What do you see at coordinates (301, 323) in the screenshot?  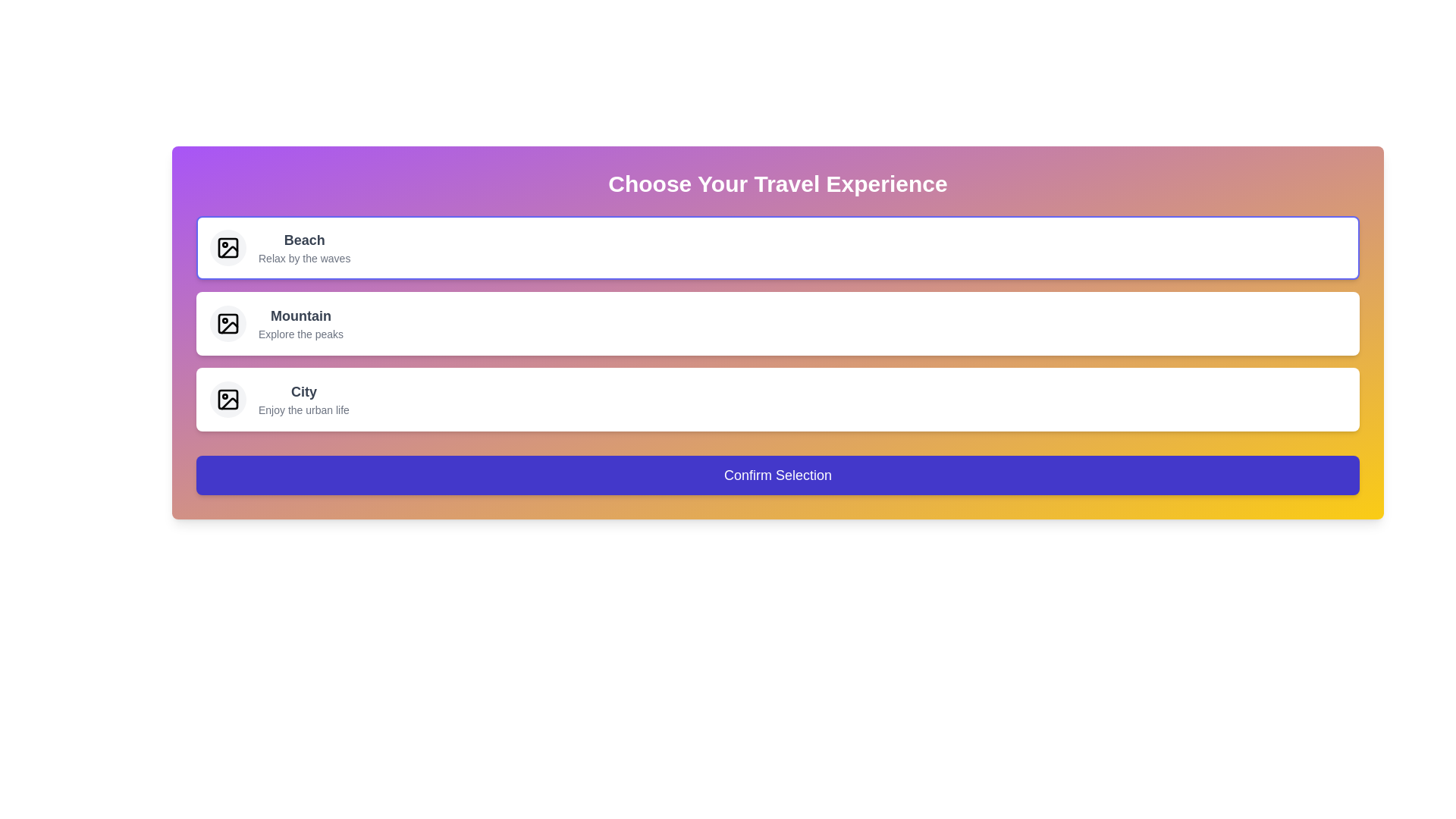 I see `the text label displaying 'Mountain' in dark gray within the second card from the top` at bounding box center [301, 323].